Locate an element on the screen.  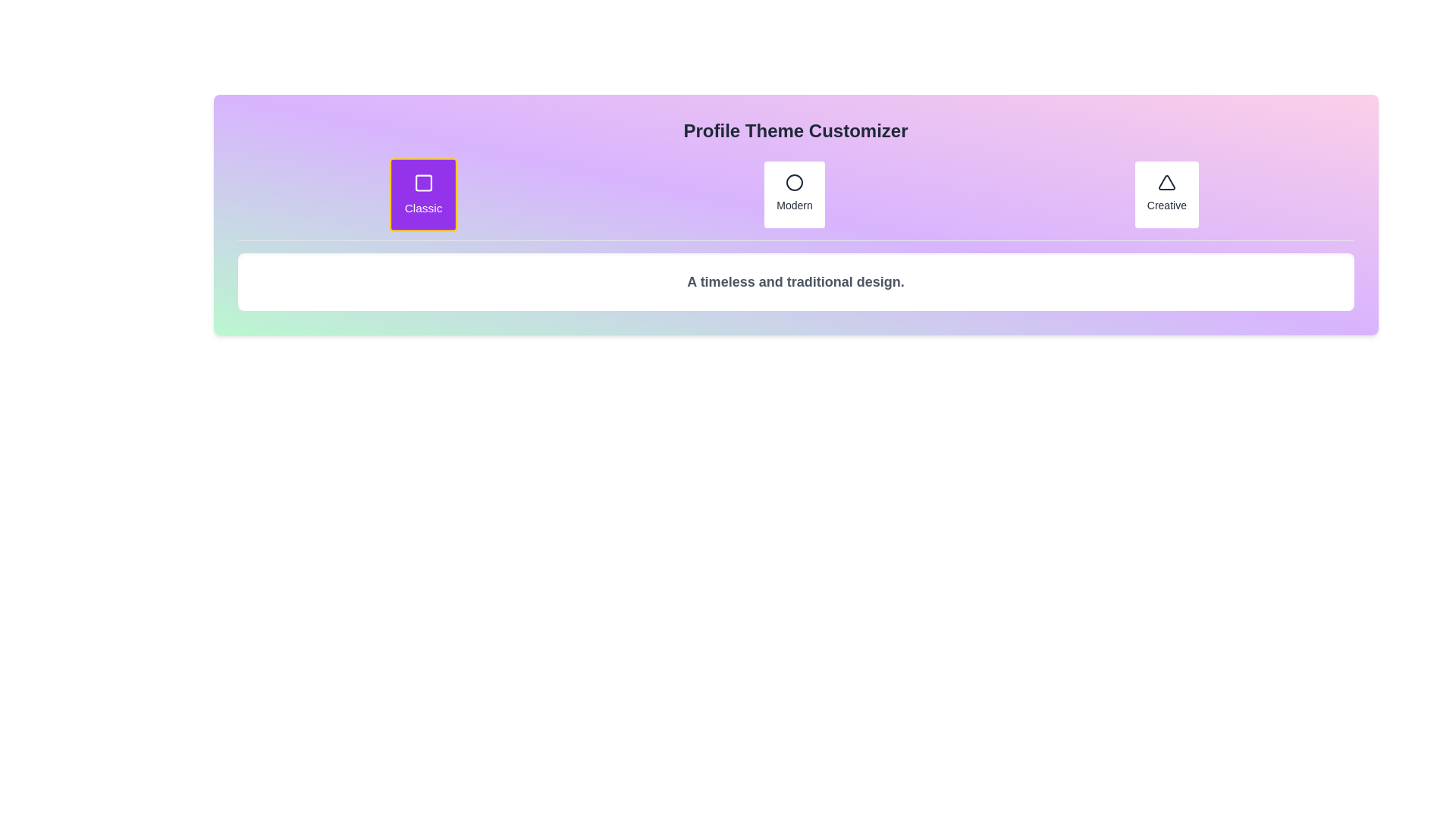
the square-shaped outline icon centered within the purple 'Classic' card in the 'Profile Theme Customizer' is located at coordinates (423, 182).